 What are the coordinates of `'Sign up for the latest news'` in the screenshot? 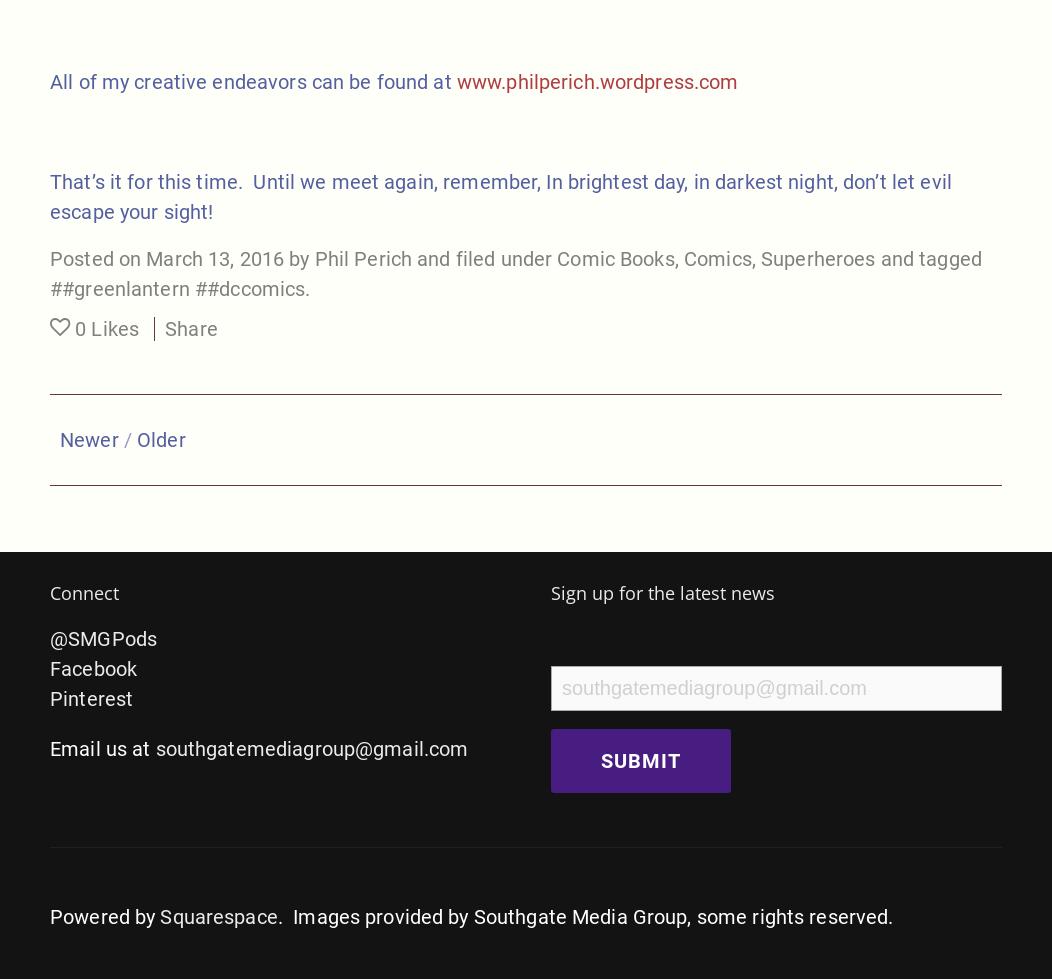 It's located at (661, 591).